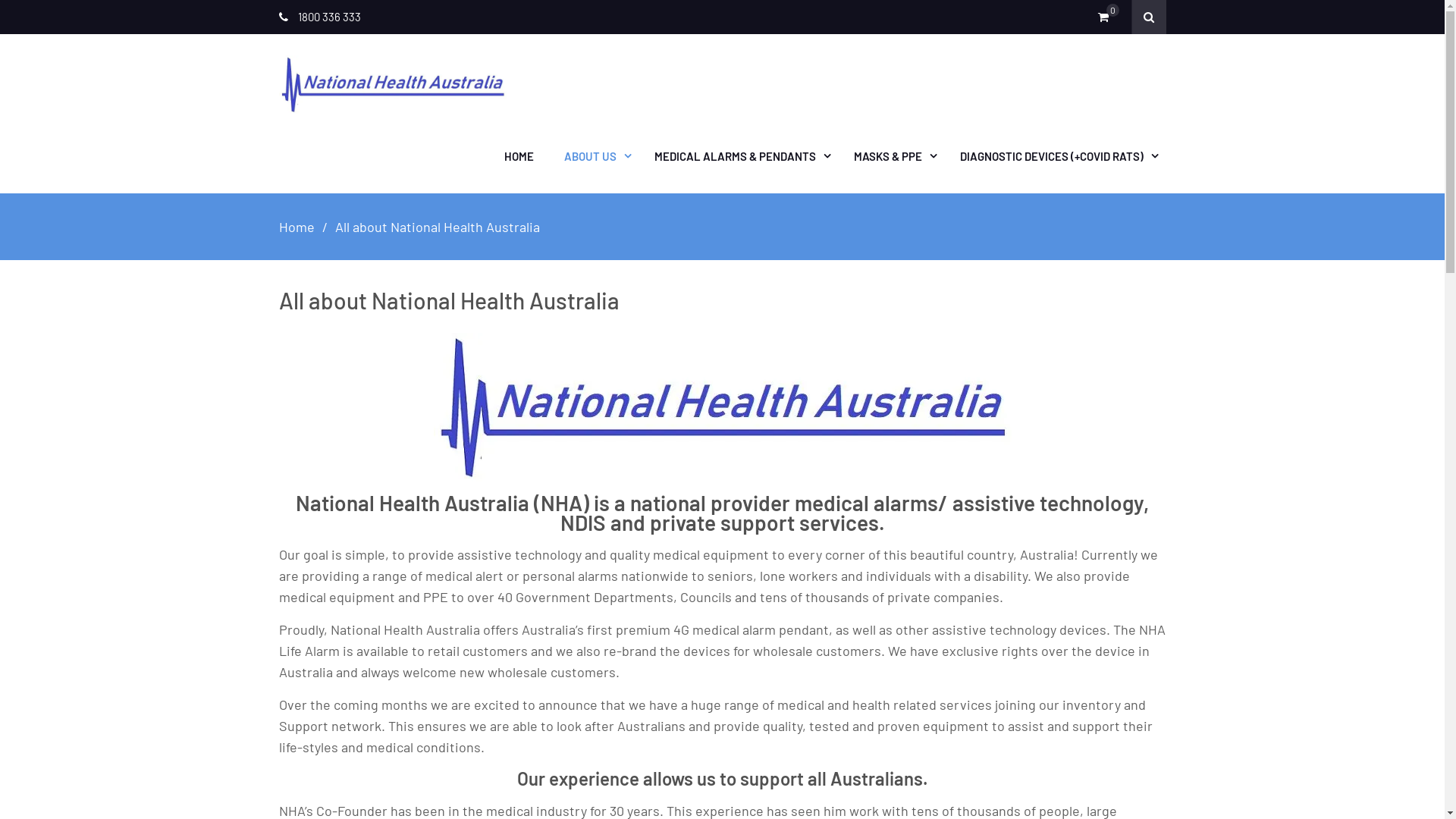 The width and height of the screenshot is (1456, 819). Describe the element at coordinates (892, 155) in the screenshot. I see `'MASKS & PPE'` at that location.